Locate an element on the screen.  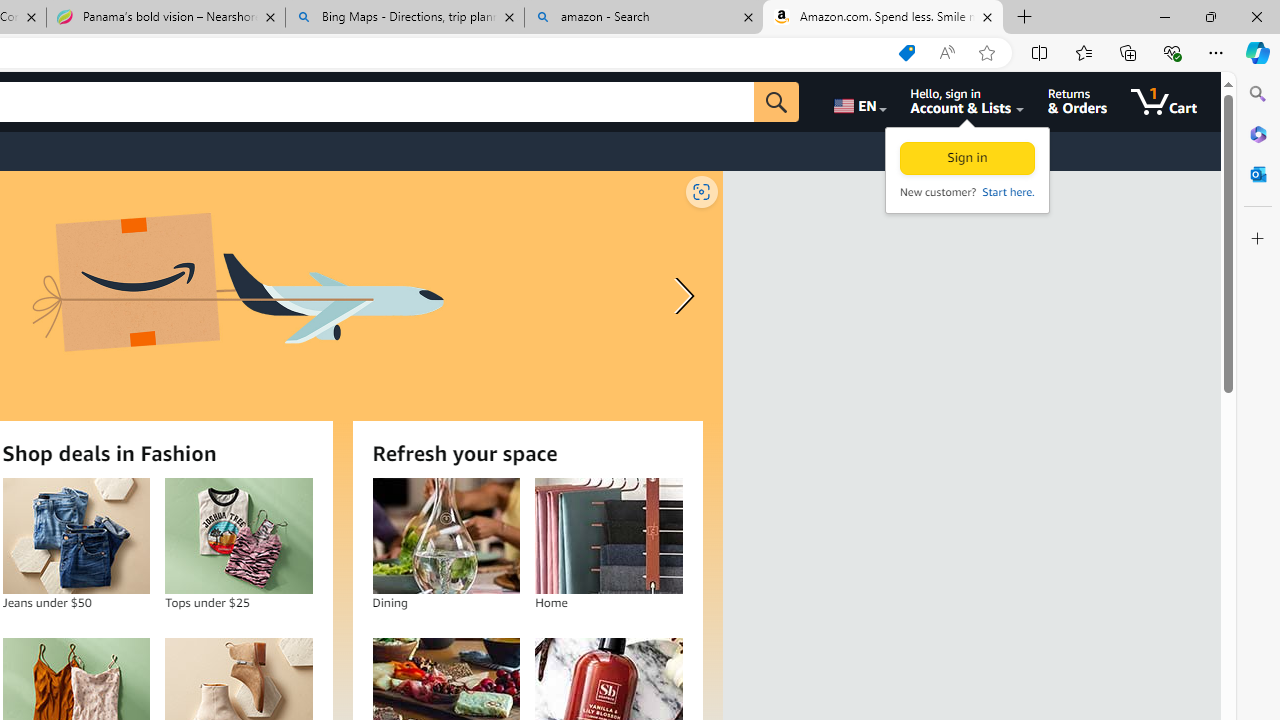
'Tops under $25' is located at coordinates (239, 535).